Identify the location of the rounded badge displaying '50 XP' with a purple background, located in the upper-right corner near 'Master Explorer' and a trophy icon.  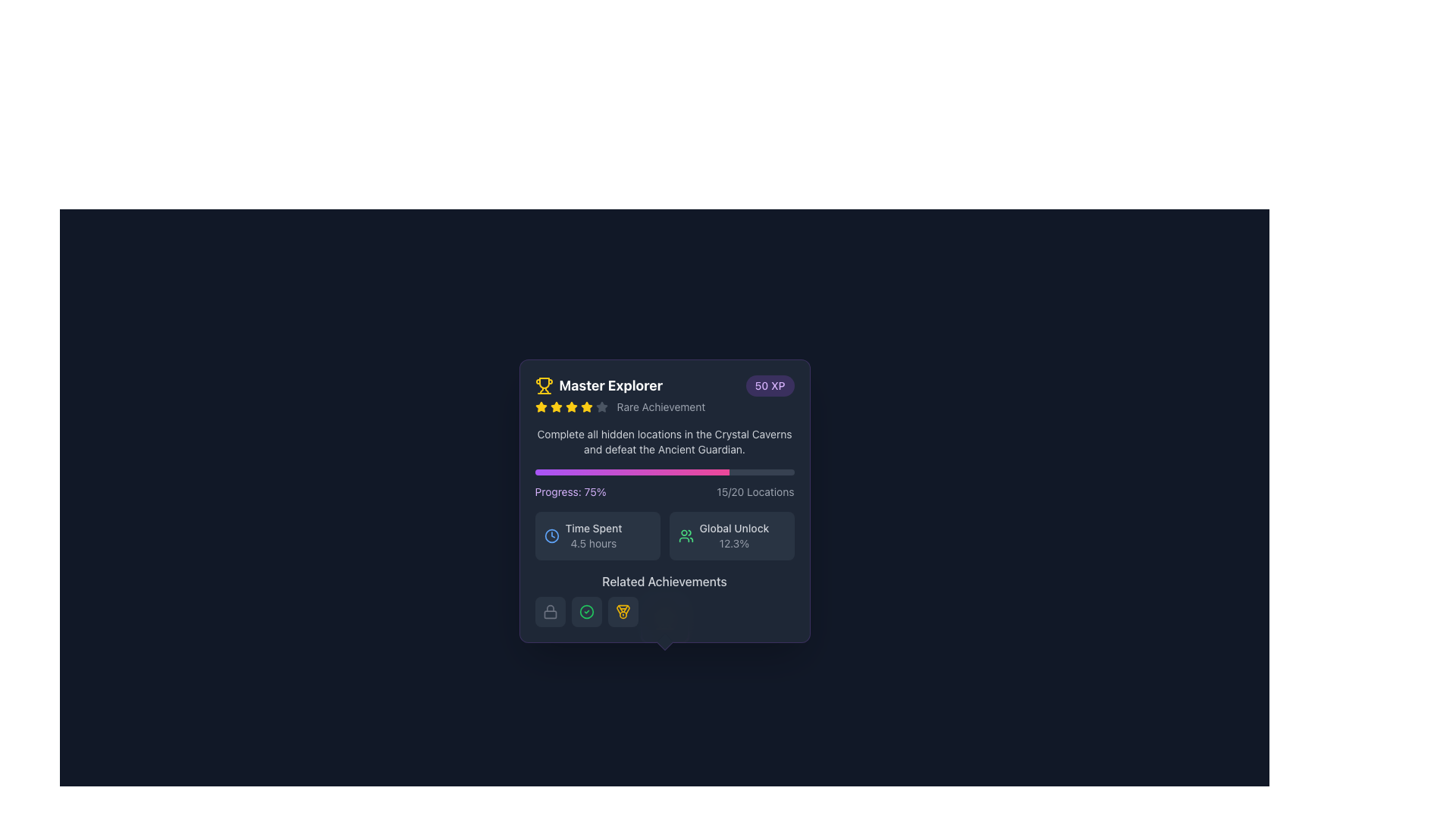
(770, 385).